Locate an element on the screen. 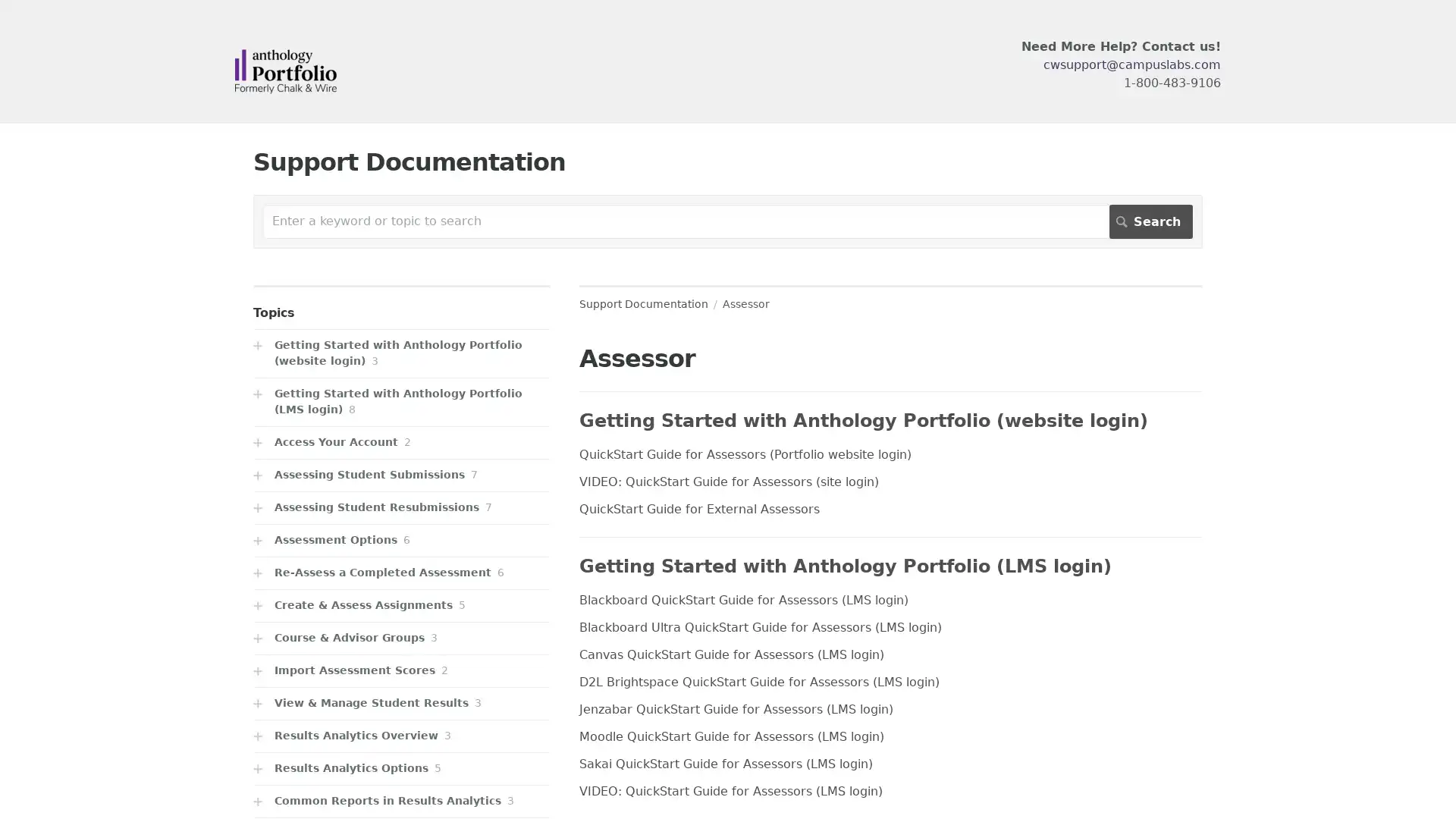  Re-Assess a Completed Assessment 6 is located at coordinates (401, 573).